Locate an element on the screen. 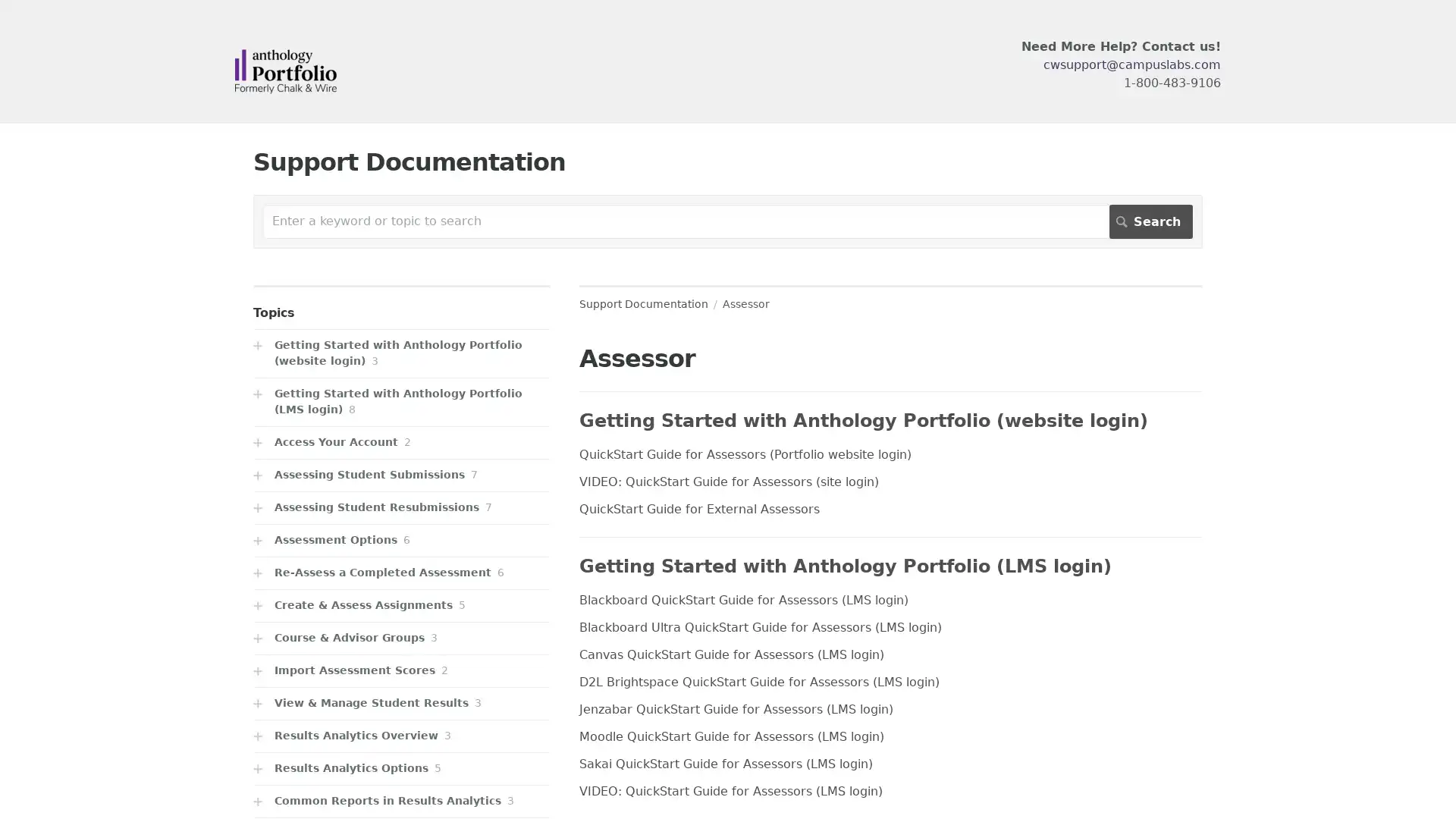  Re-Assess a Completed Assessment 6 is located at coordinates (401, 573).